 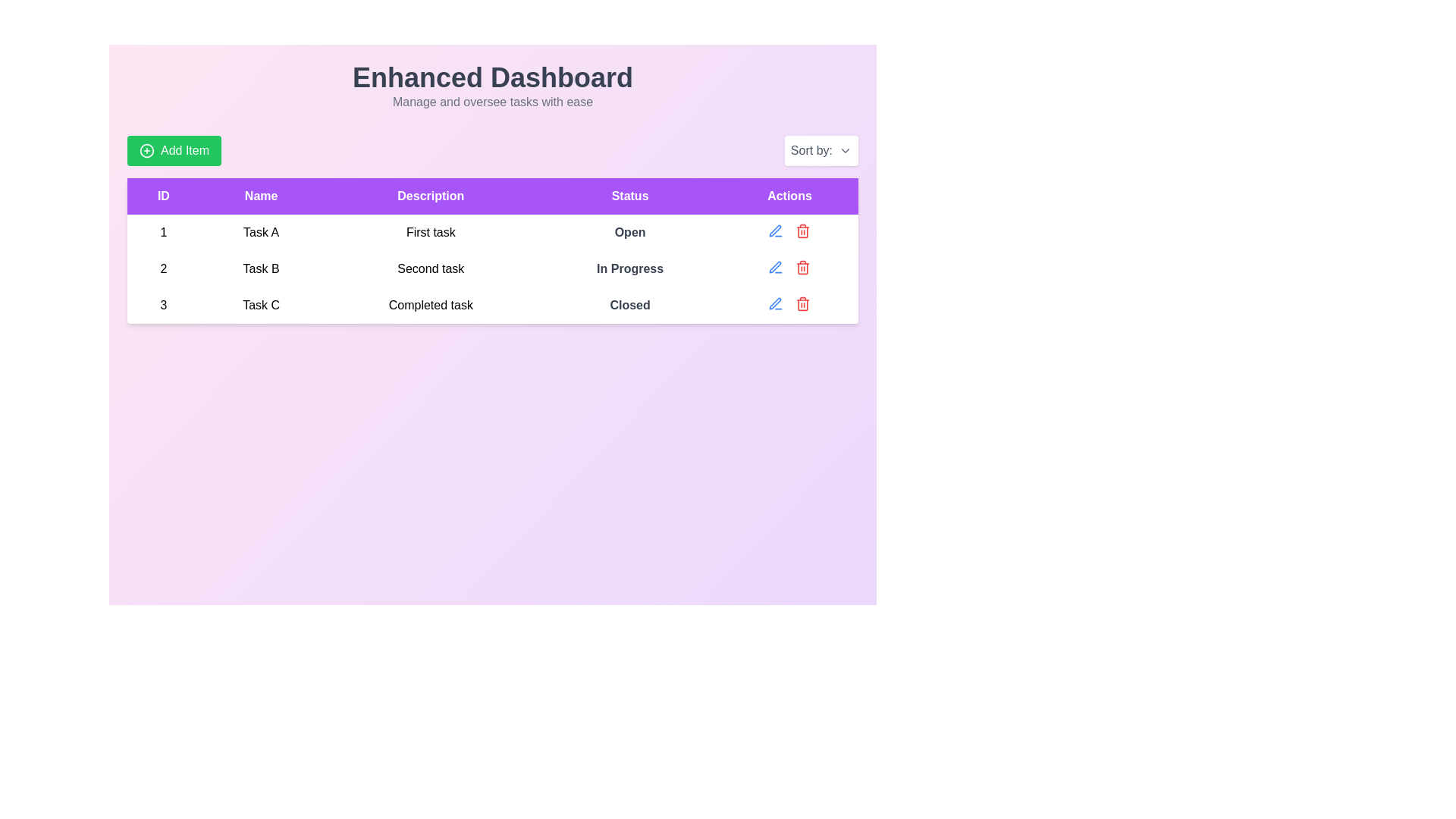 I want to click on the static text label that represents the progress status of the associated task, located in the second row under the 'Status' column of the table, so click(x=630, y=268).